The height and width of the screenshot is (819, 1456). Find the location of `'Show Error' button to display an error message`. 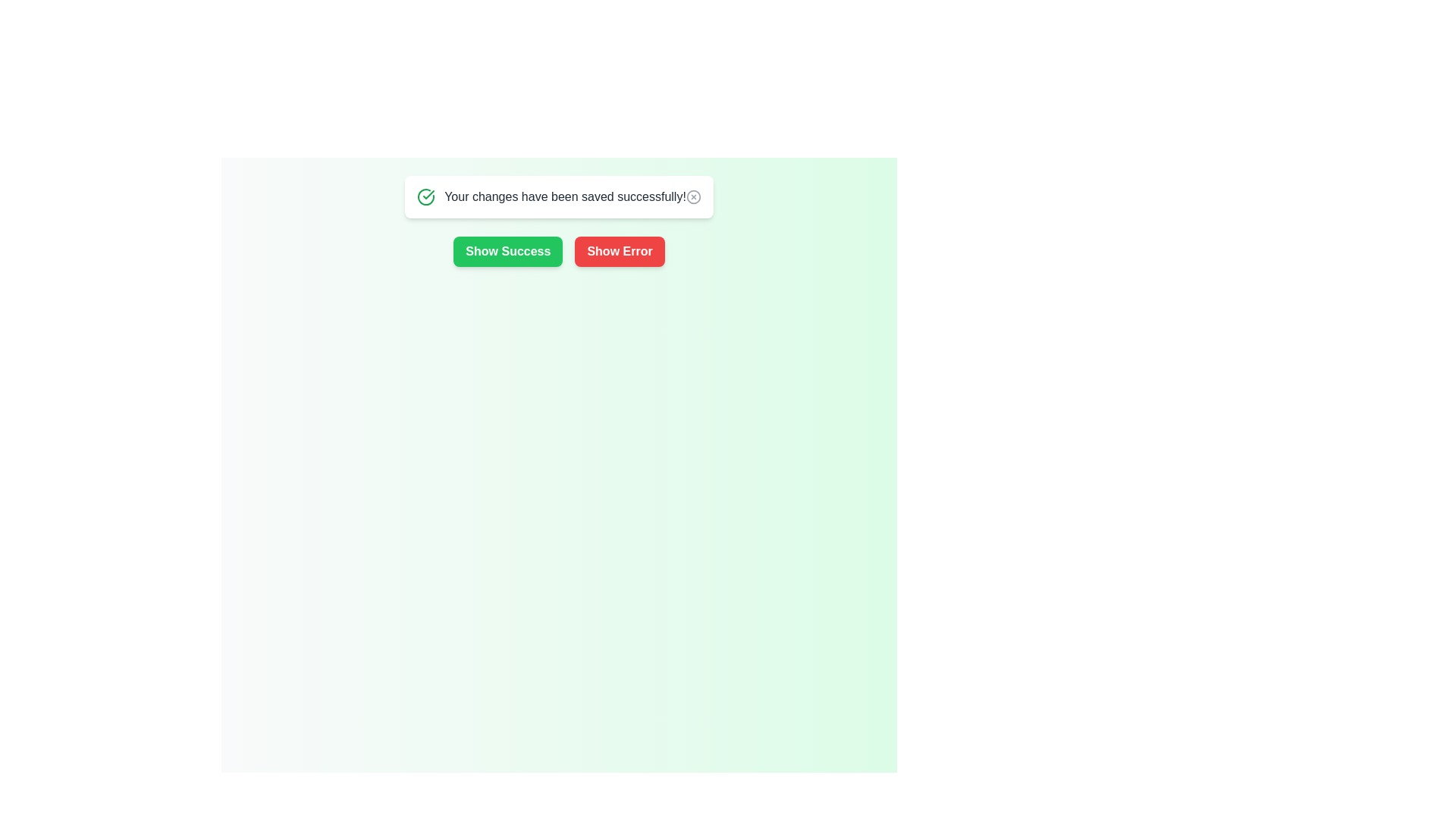

'Show Error' button to display an error message is located at coordinates (620, 250).